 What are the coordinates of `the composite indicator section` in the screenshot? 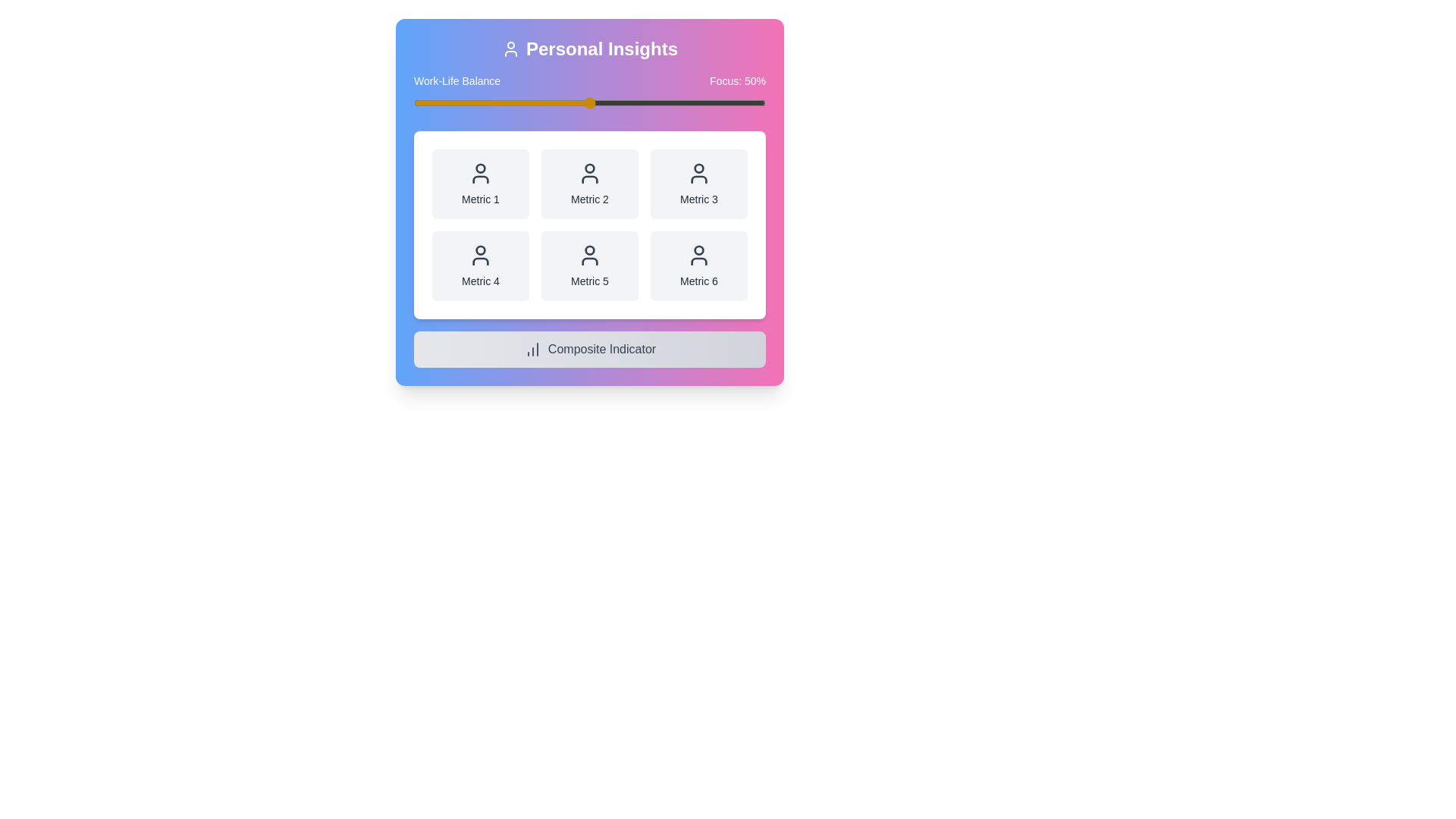 It's located at (588, 350).